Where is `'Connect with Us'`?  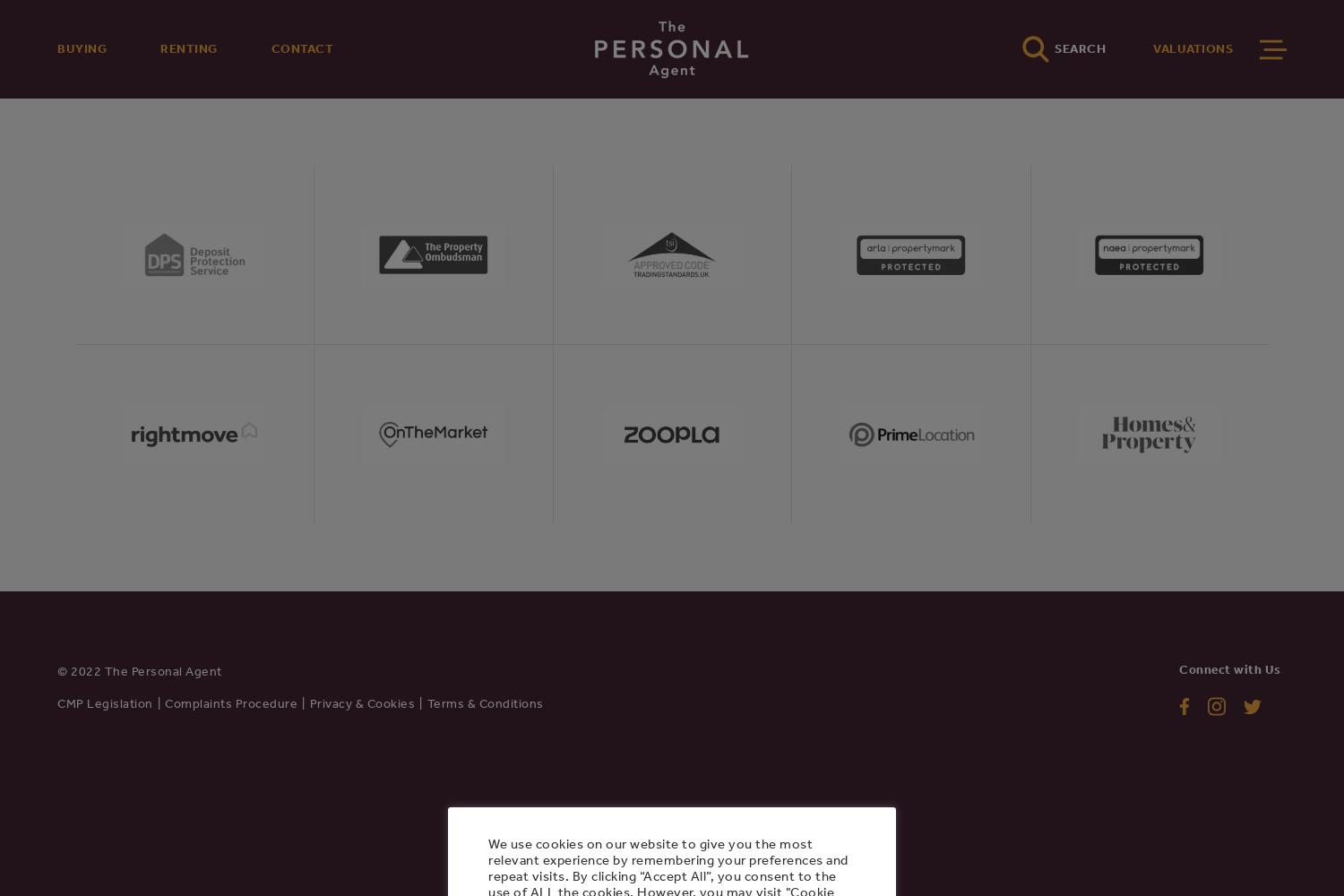 'Connect with Us' is located at coordinates (1228, 668).